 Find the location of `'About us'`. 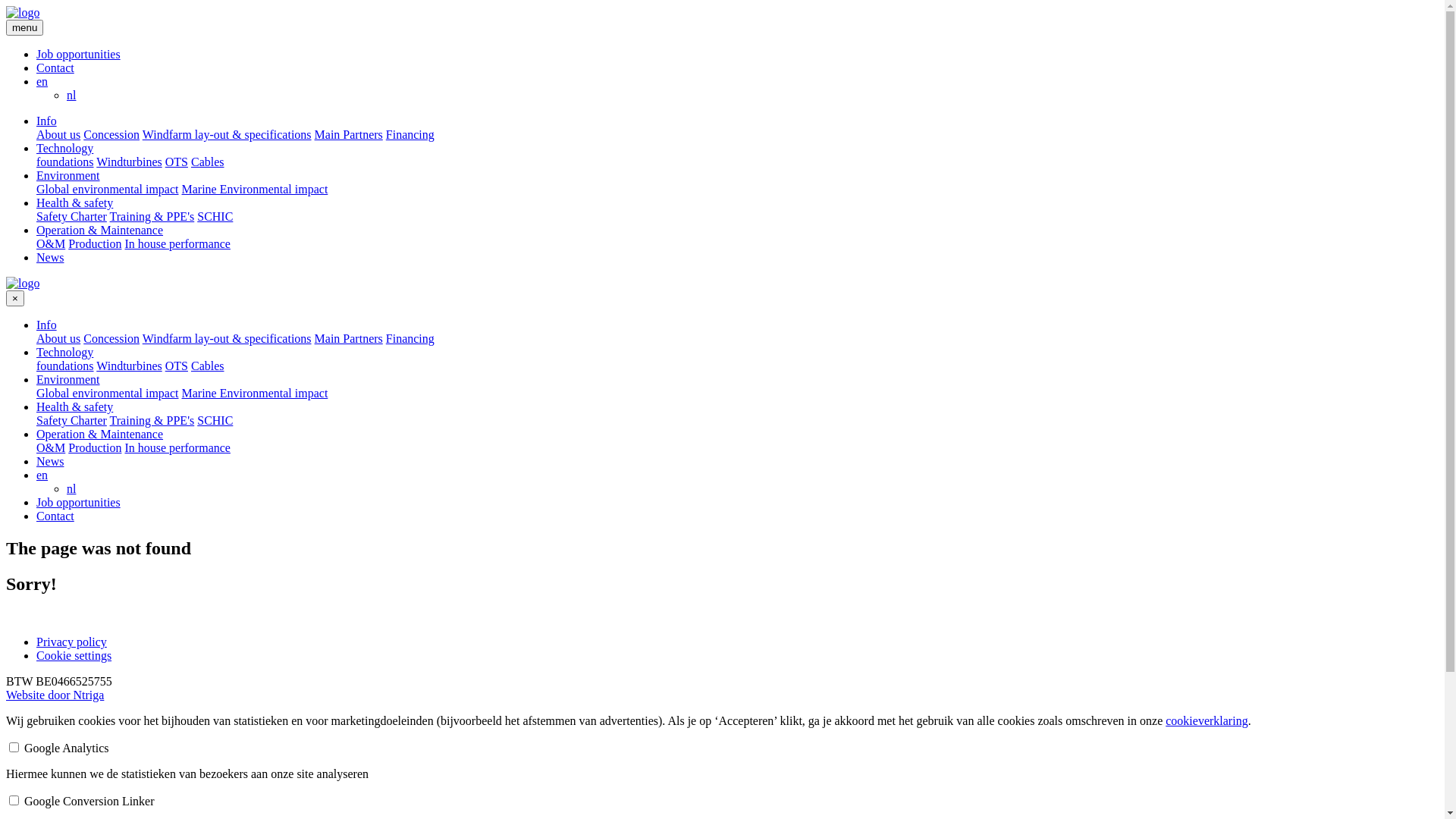

'About us' is located at coordinates (58, 133).